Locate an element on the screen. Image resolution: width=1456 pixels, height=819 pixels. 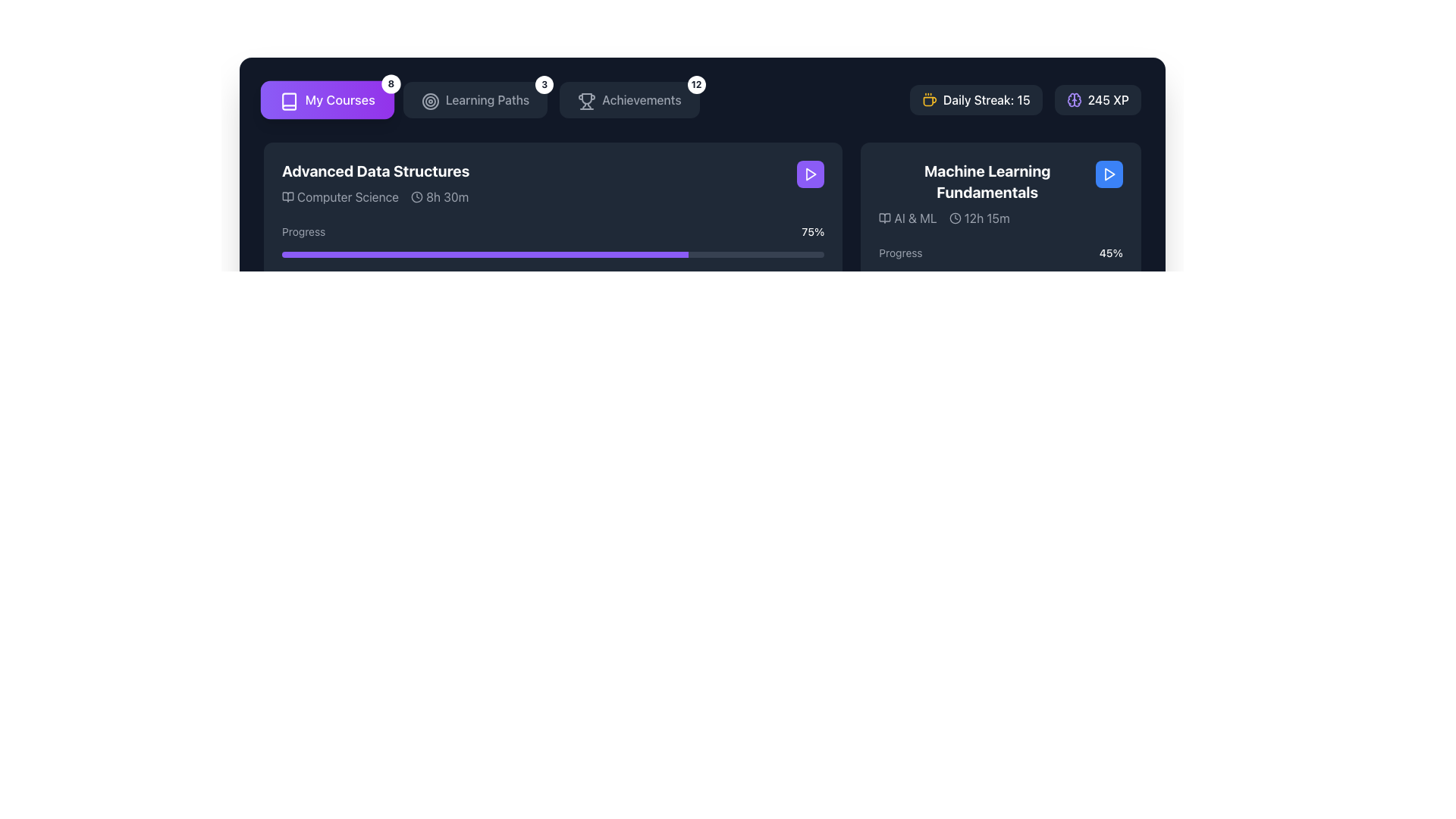
the circular badge overlaying the top-right corner of the 'Learning Paths' button, which displays a count of '3' is located at coordinates (544, 84).